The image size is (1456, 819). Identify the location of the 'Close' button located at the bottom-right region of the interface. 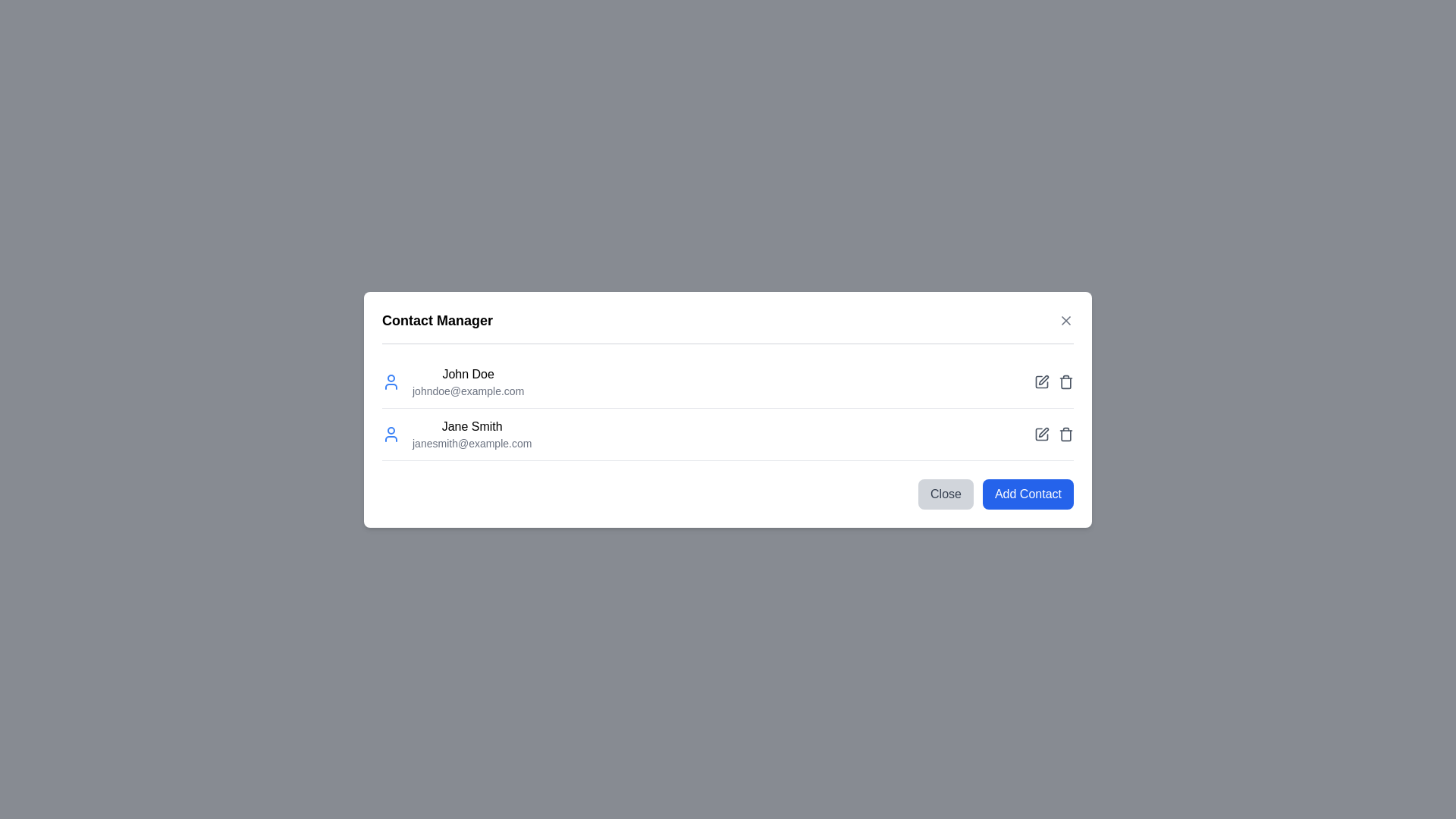
(945, 494).